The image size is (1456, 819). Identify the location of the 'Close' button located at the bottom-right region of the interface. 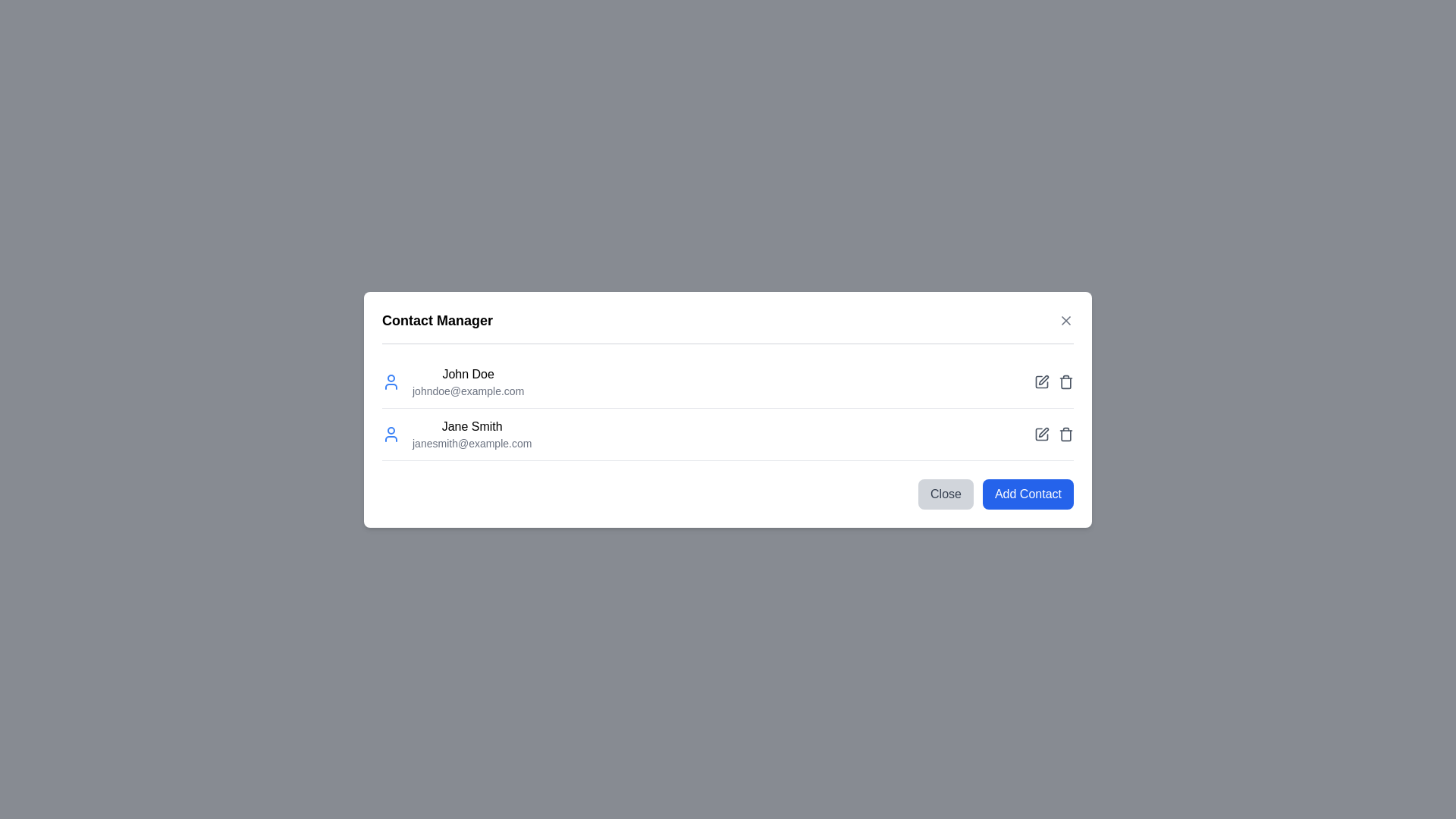
(945, 494).